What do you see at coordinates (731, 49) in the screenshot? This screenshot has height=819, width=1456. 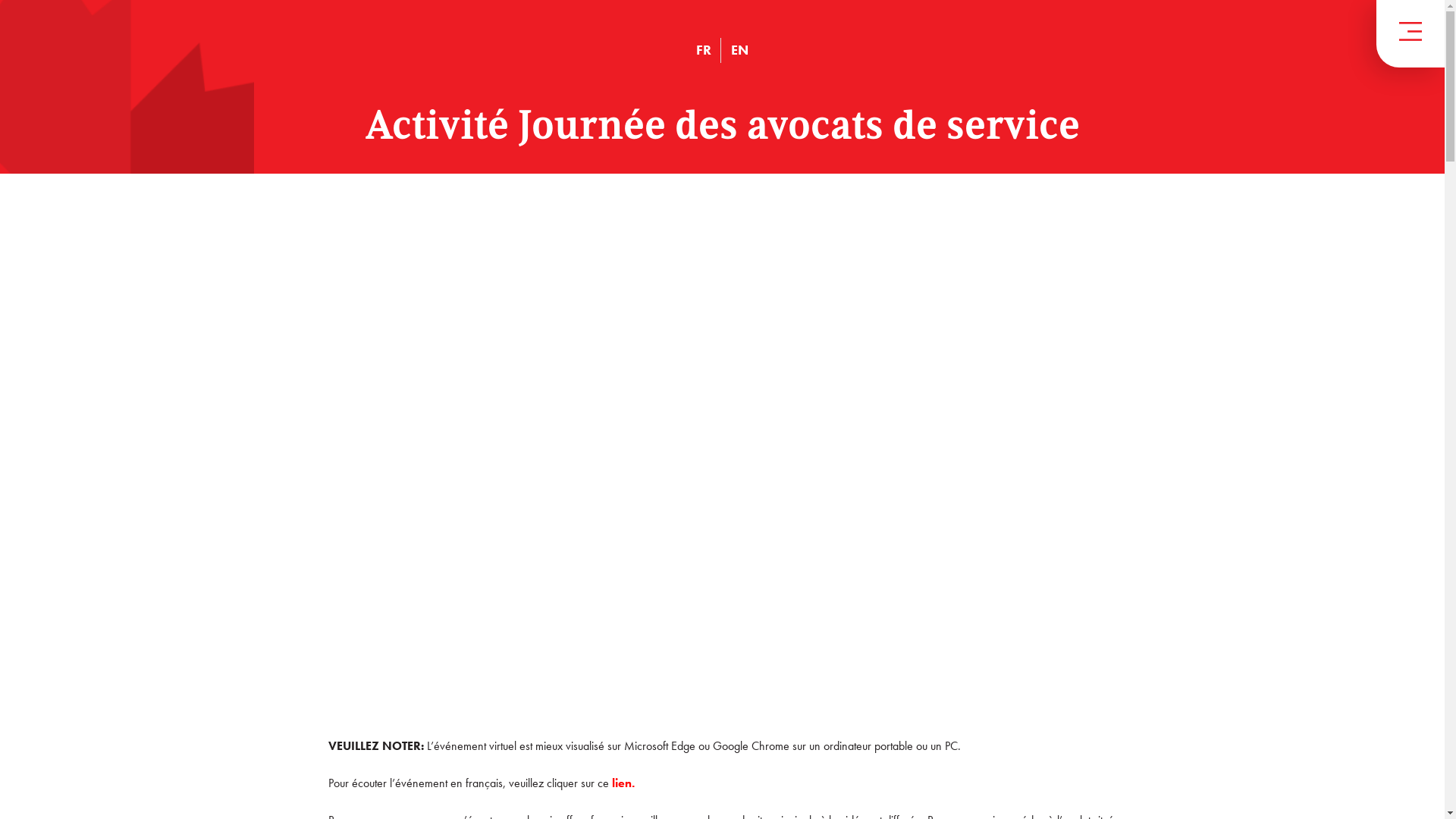 I see `'EN'` at bounding box center [731, 49].